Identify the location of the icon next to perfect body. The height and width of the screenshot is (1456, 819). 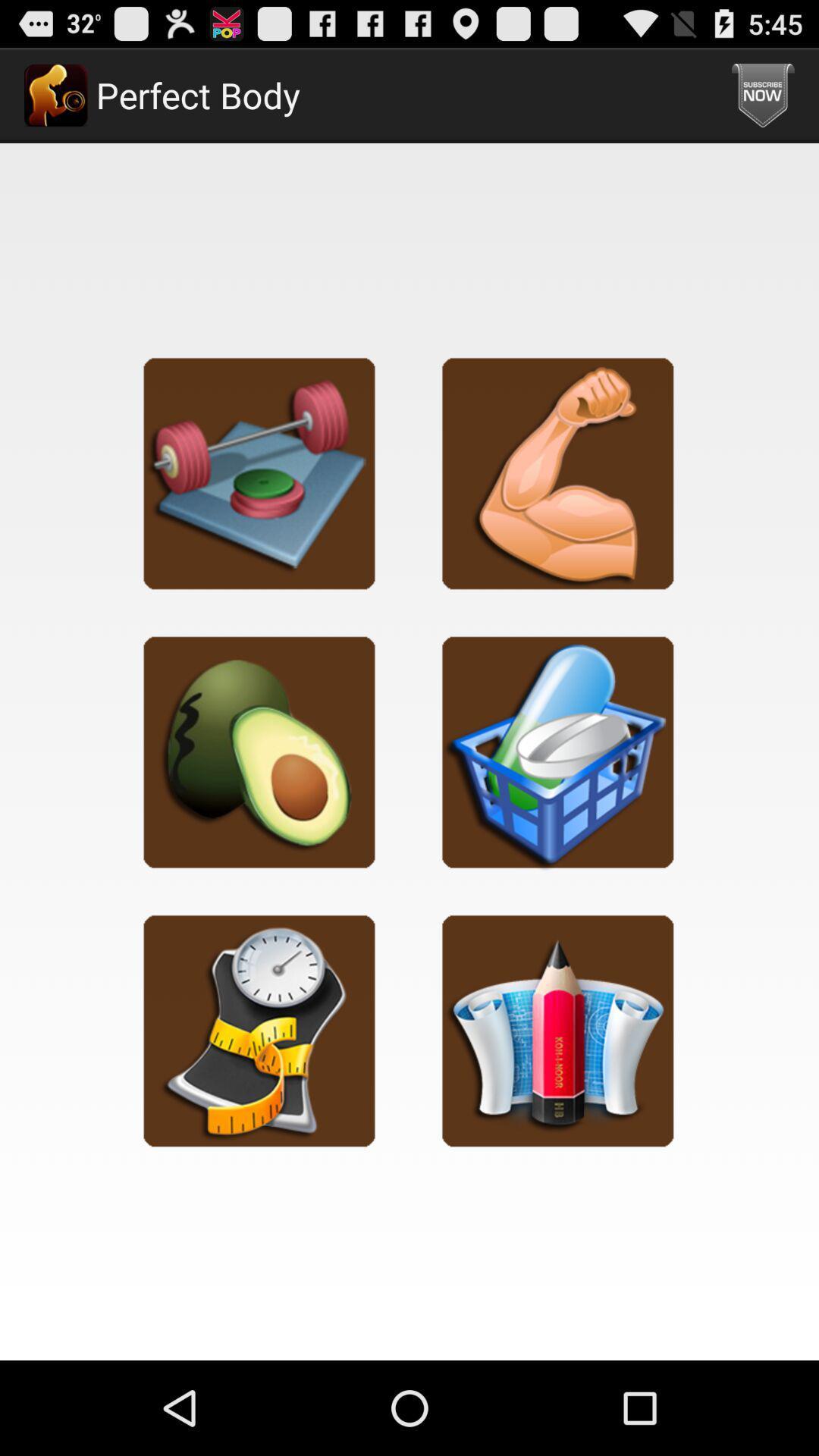
(763, 94).